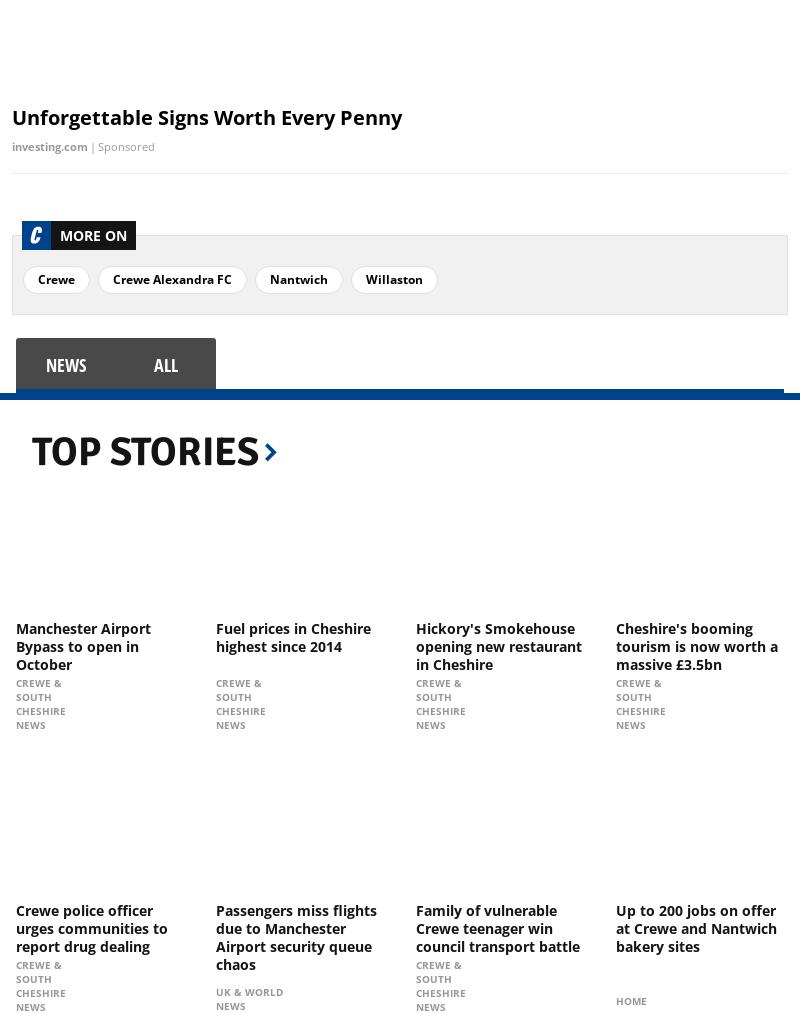 This screenshot has height=1035, width=800. What do you see at coordinates (498, 926) in the screenshot?
I see `'Family of vulnerable Crewe teenager win council transport battle'` at bounding box center [498, 926].